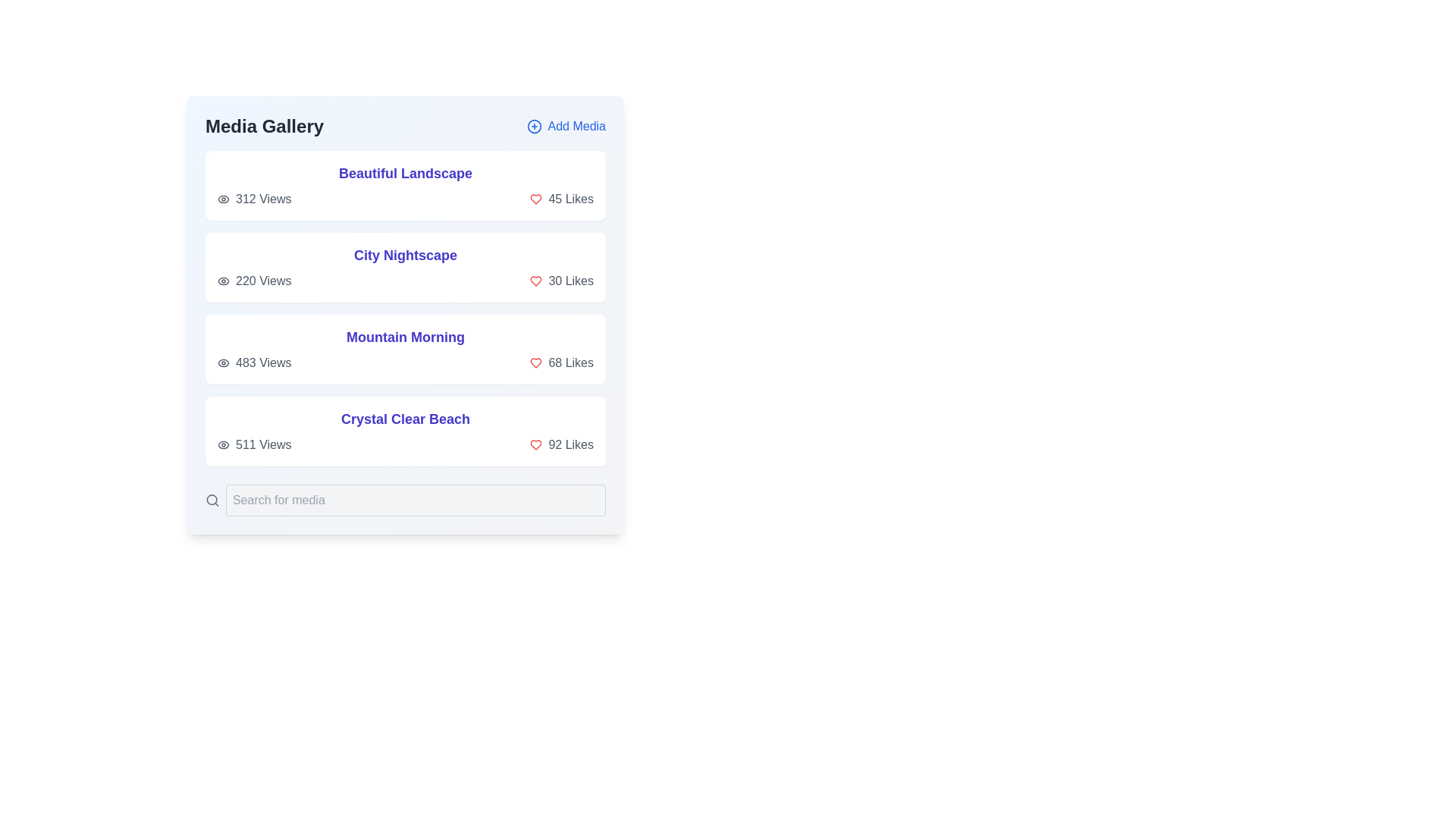 Image resolution: width=1456 pixels, height=819 pixels. What do you see at coordinates (405, 336) in the screenshot?
I see `the title of the media item Mountain Morning` at bounding box center [405, 336].